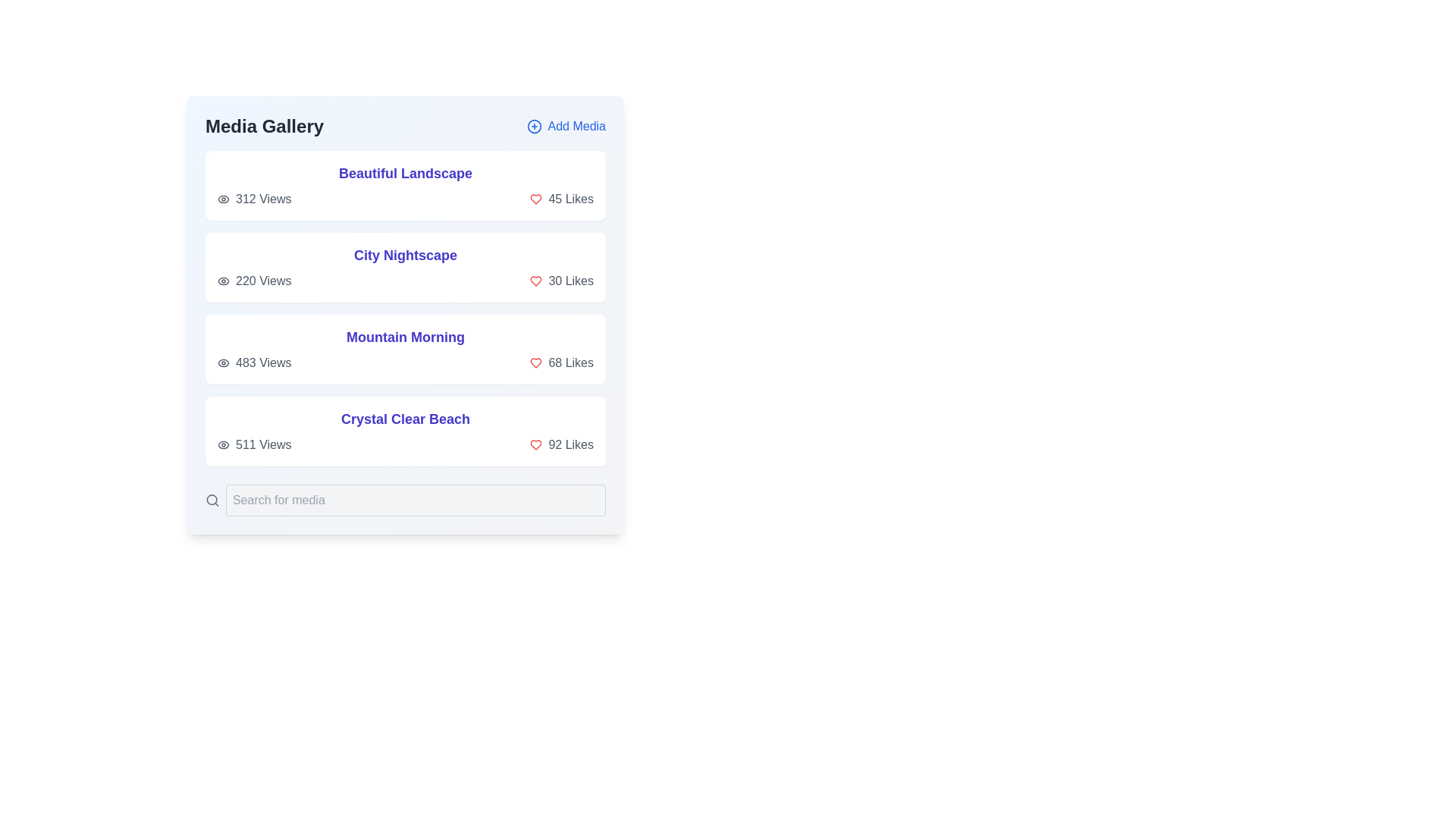 Image resolution: width=1456 pixels, height=819 pixels. What do you see at coordinates (405, 336) in the screenshot?
I see `the title of the media item Mountain Morning` at bounding box center [405, 336].